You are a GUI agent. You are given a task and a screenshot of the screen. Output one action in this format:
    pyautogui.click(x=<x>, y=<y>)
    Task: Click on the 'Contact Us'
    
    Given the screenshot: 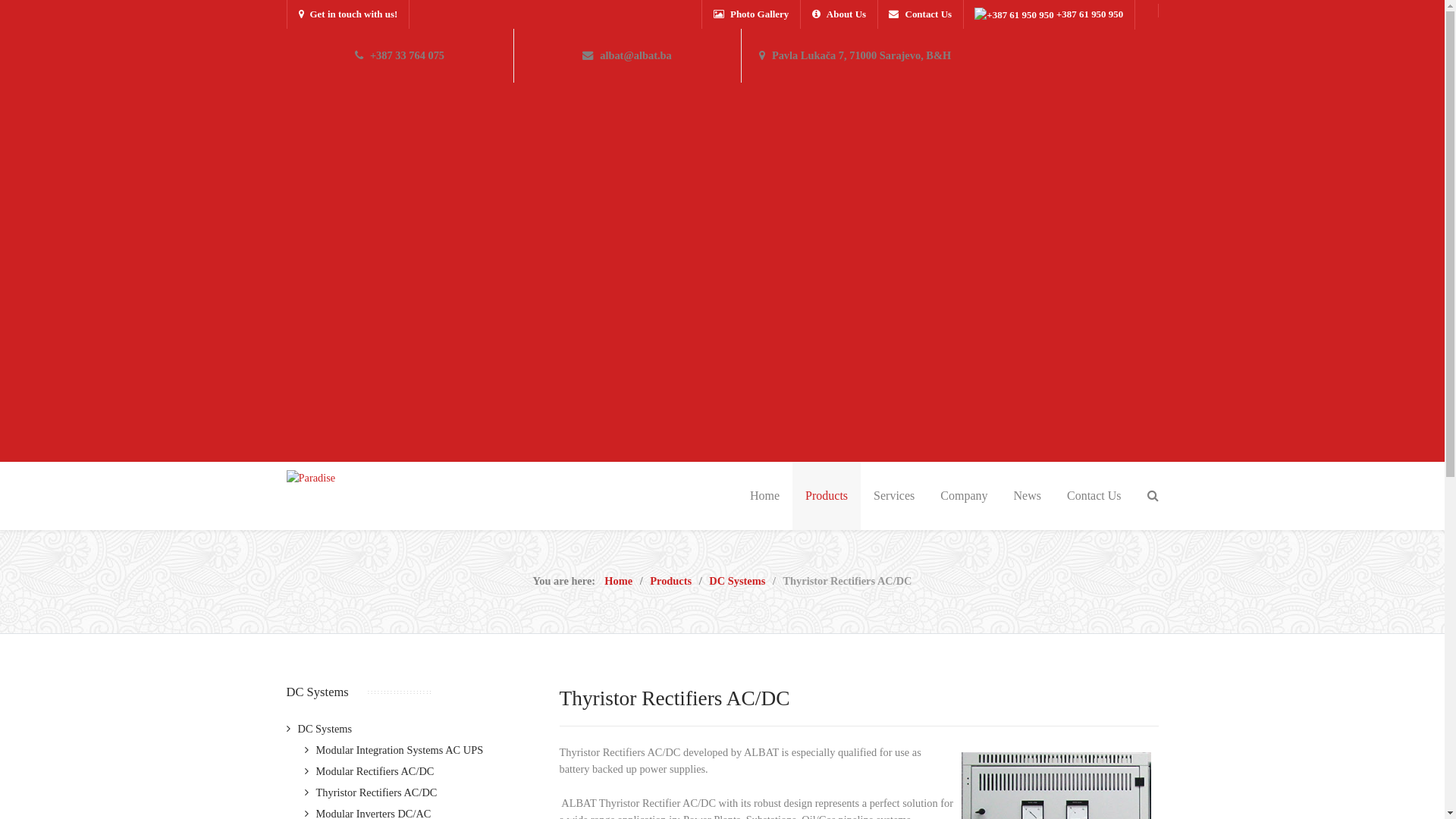 What is the action you would take?
    pyautogui.click(x=771, y=599)
    